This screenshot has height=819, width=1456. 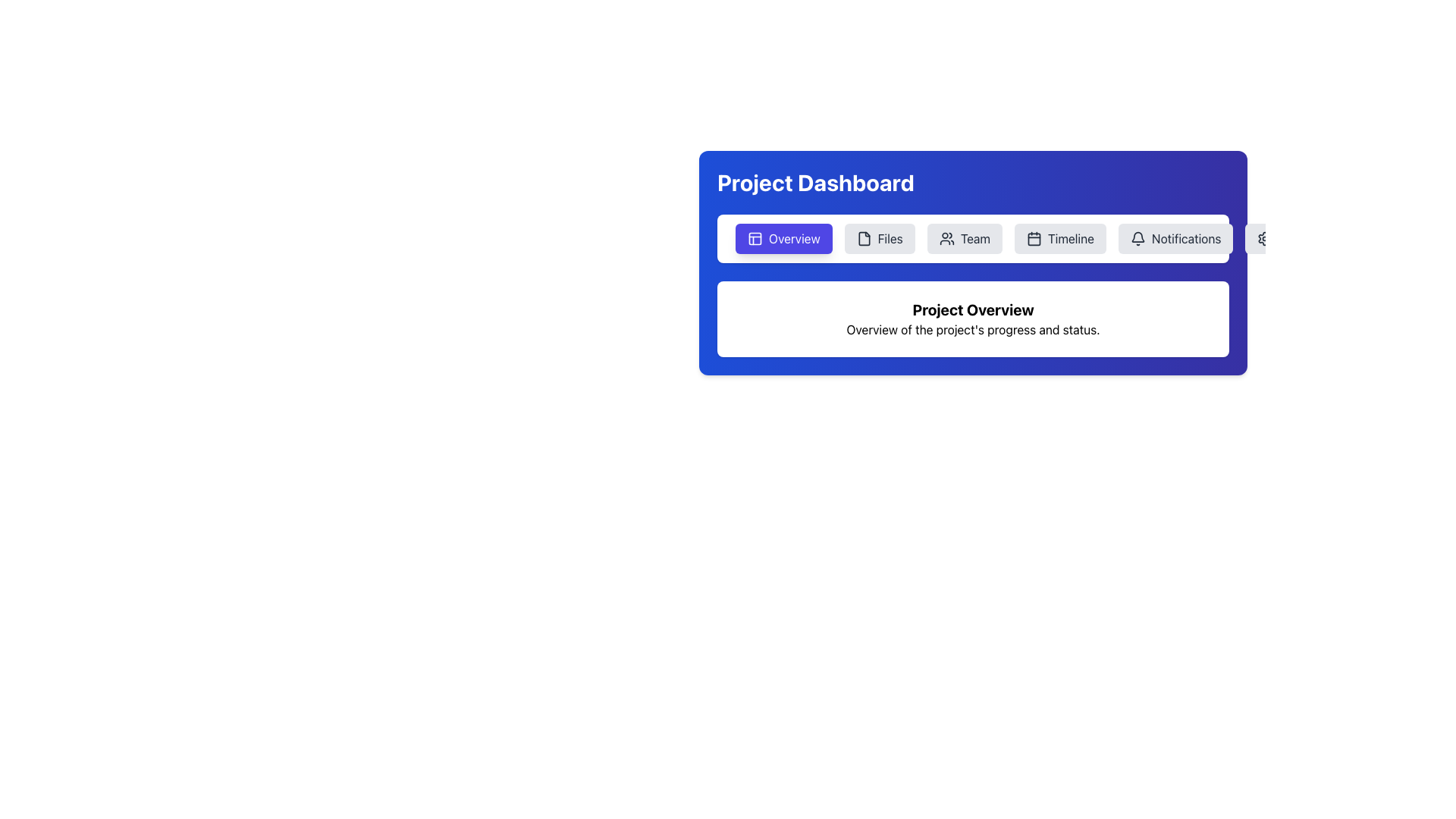 I want to click on the icon representing a file design located to the left of the 'Files' text label within the 'Files' button on the Project Dashboard, so click(x=864, y=239).